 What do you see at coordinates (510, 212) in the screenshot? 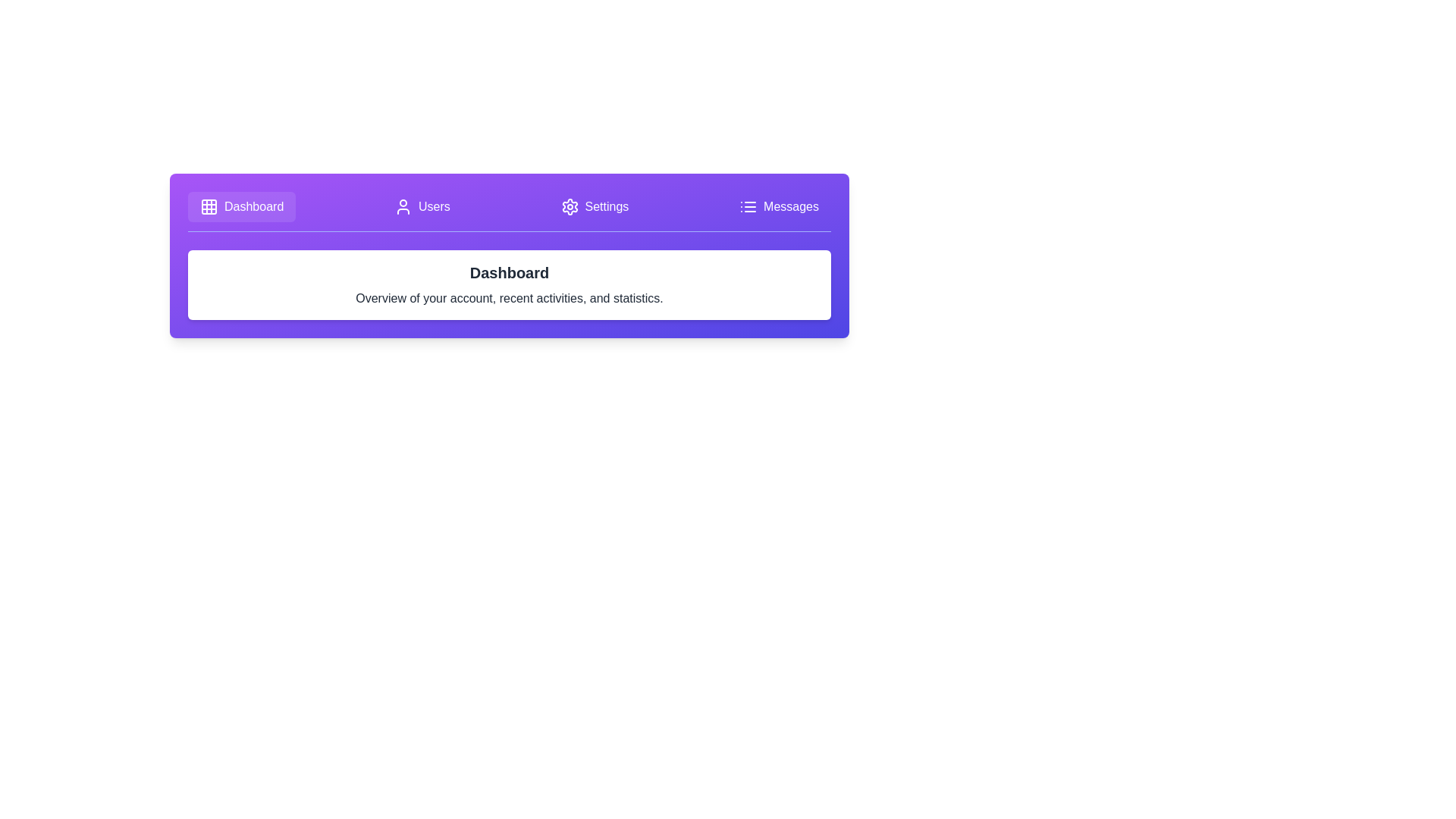
I see `the navigation bar located at the top of the interface, which provides quick access to different sections such as overview, user management, settings, and messages` at bounding box center [510, 212].